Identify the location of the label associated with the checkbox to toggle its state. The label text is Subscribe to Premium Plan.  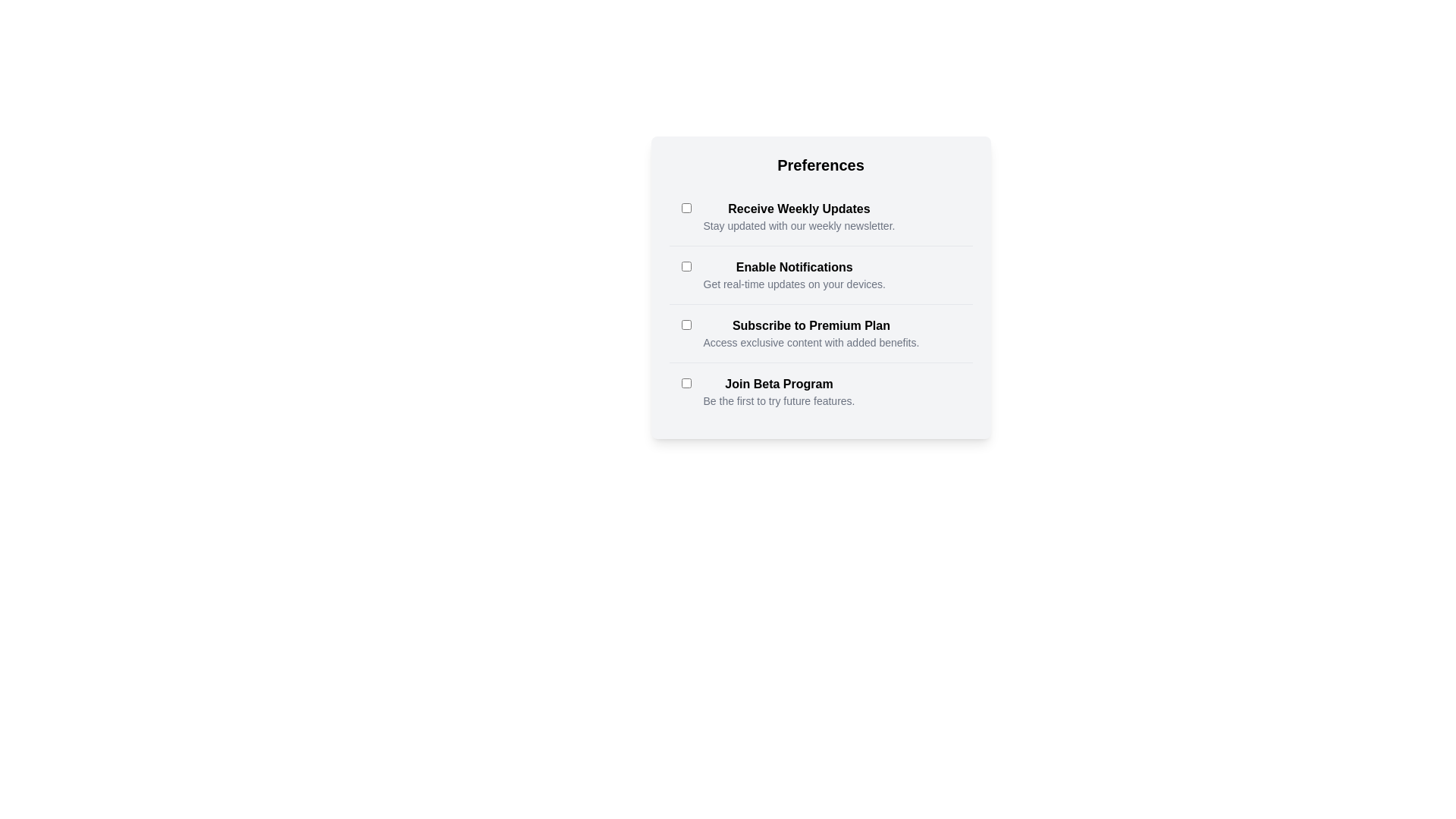
(810, 325).